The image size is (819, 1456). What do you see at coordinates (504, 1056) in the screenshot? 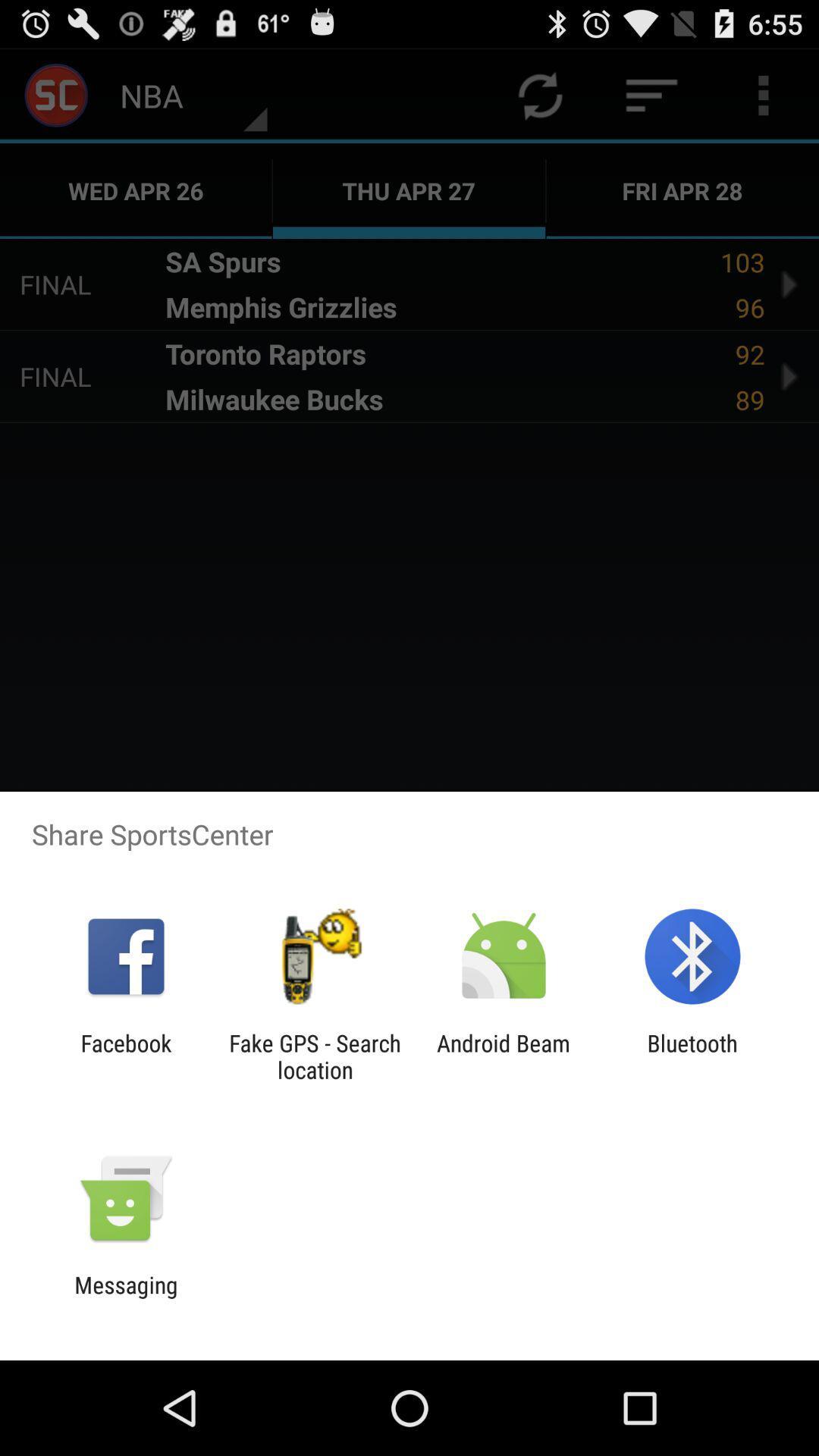
I see `the app next to the bluetooth icon` at bounding box center [504, 1056].